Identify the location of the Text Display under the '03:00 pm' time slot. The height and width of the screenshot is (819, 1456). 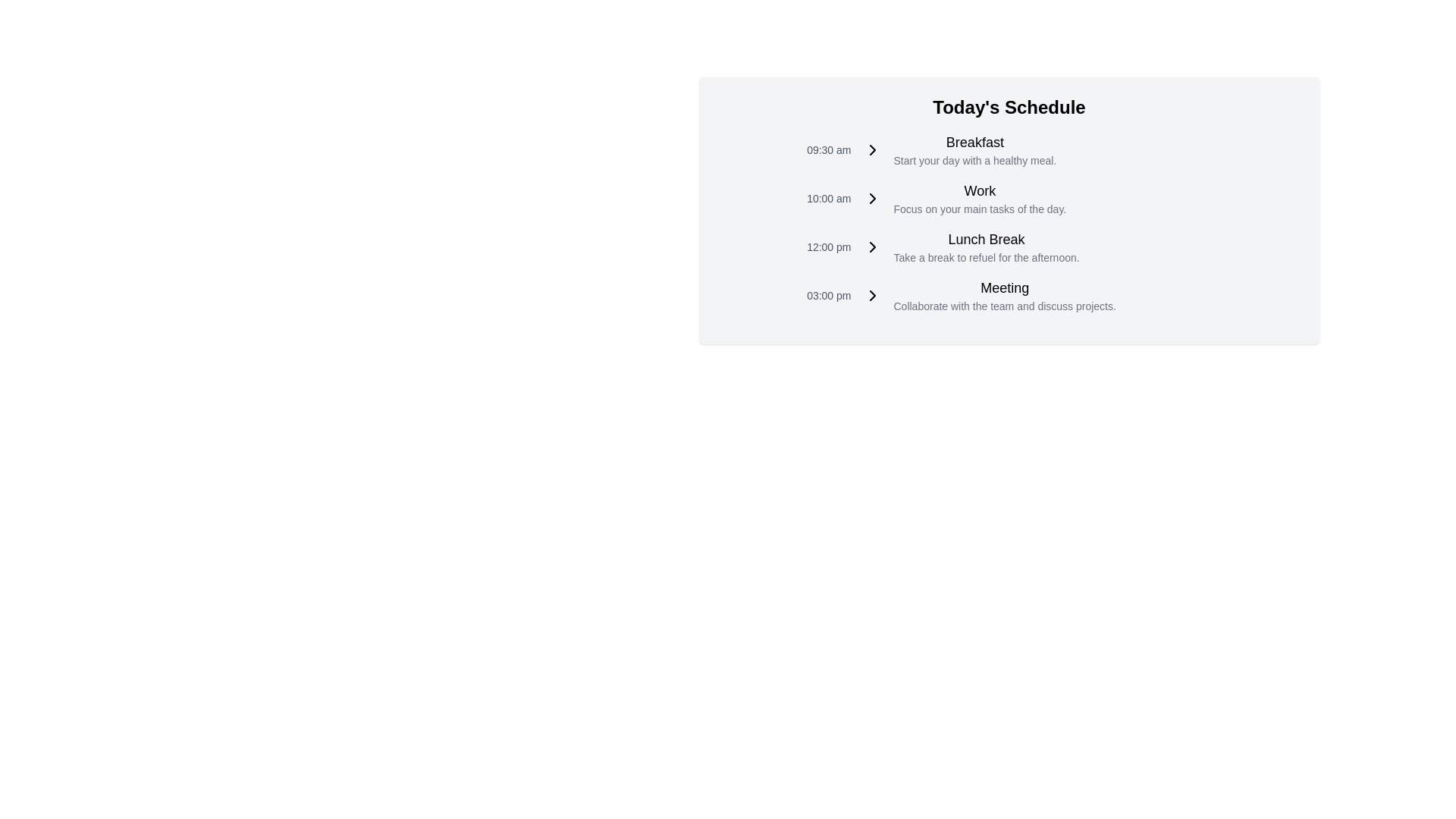
(999, 295).